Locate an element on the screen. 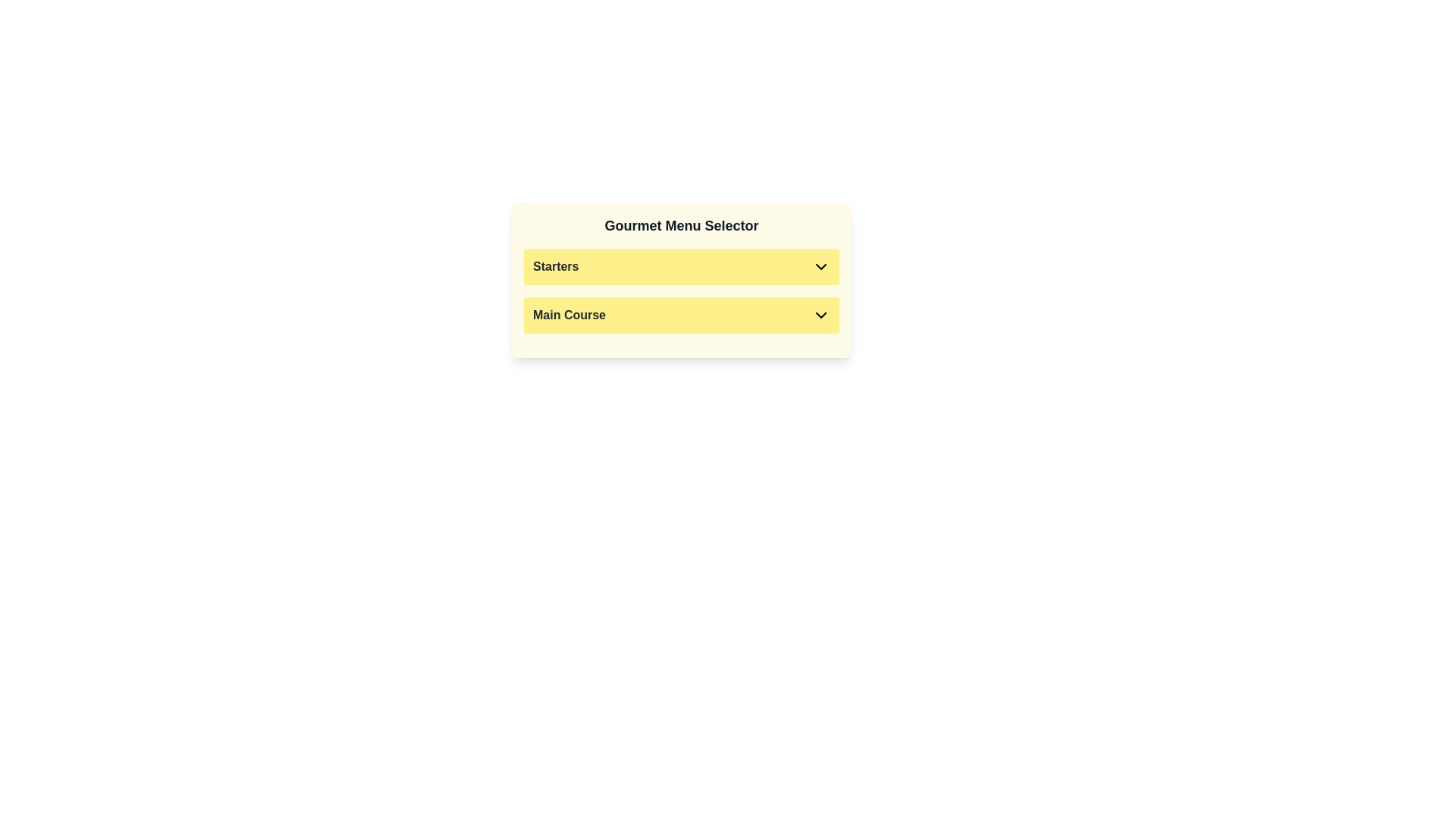  'Main Course' text label located inside a yellow rectangular box below the 'Starters' box, positioned towards the left side with a downward chevron icon to the right is located at coordinates (569, 315).